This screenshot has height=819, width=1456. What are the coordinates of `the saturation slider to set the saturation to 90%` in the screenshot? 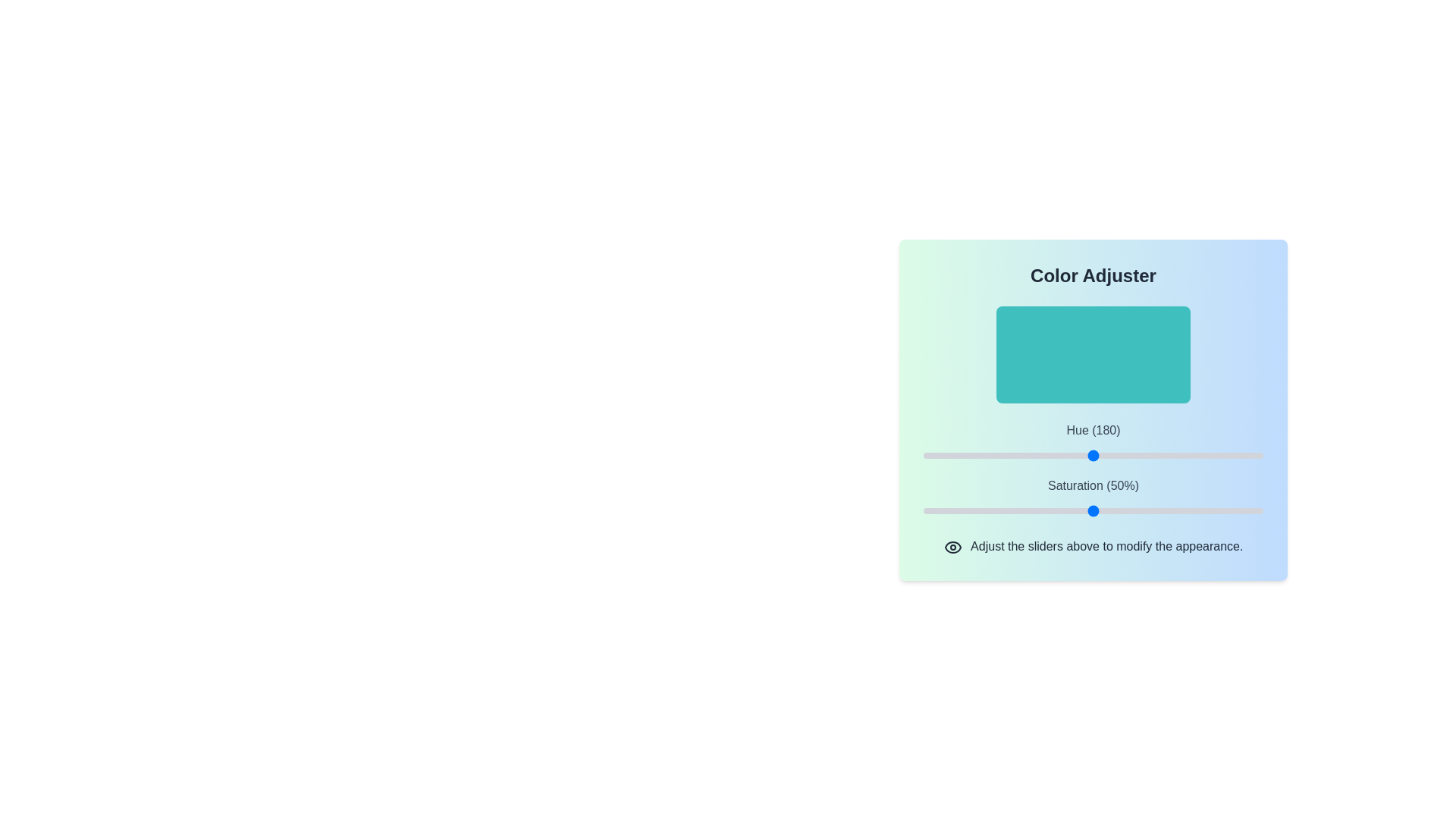 It's located at (1229, 511).